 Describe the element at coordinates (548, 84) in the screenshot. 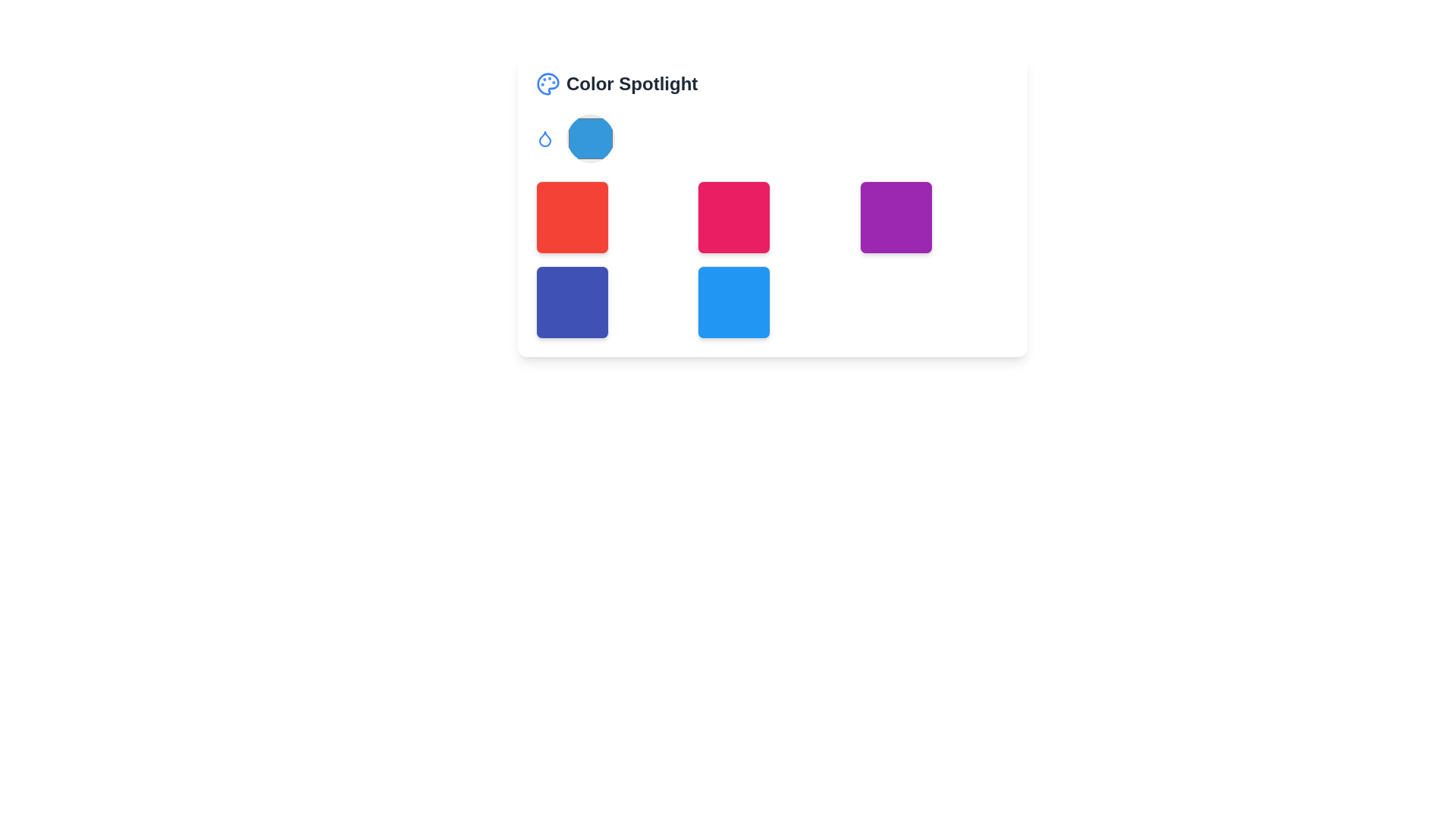

I see `the color selection icon located in the header section labeled 'Color Spotlight', positioned to the left of the text` at that location.